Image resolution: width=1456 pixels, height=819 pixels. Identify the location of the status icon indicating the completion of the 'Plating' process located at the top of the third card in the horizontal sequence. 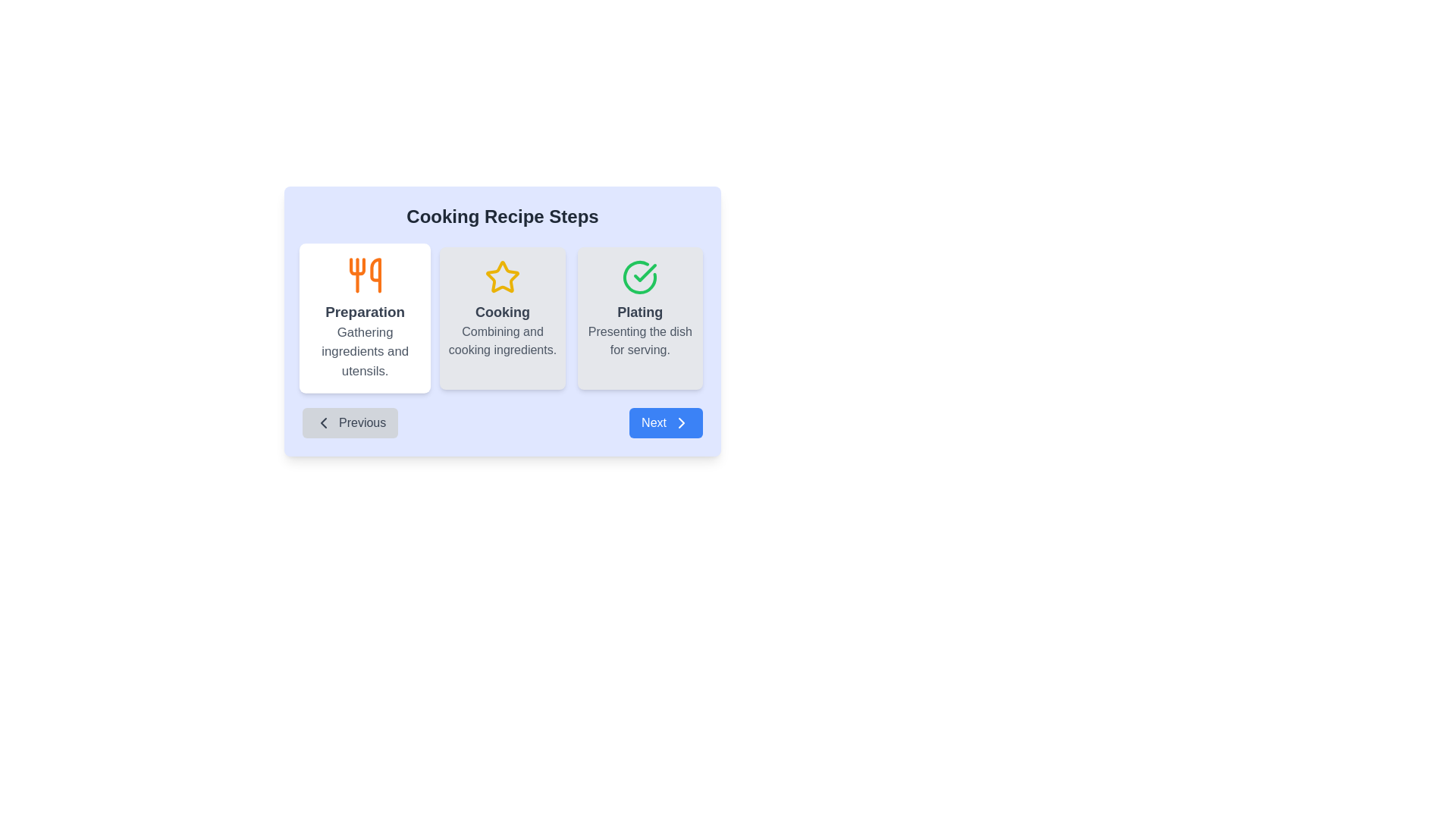
(640, 278).